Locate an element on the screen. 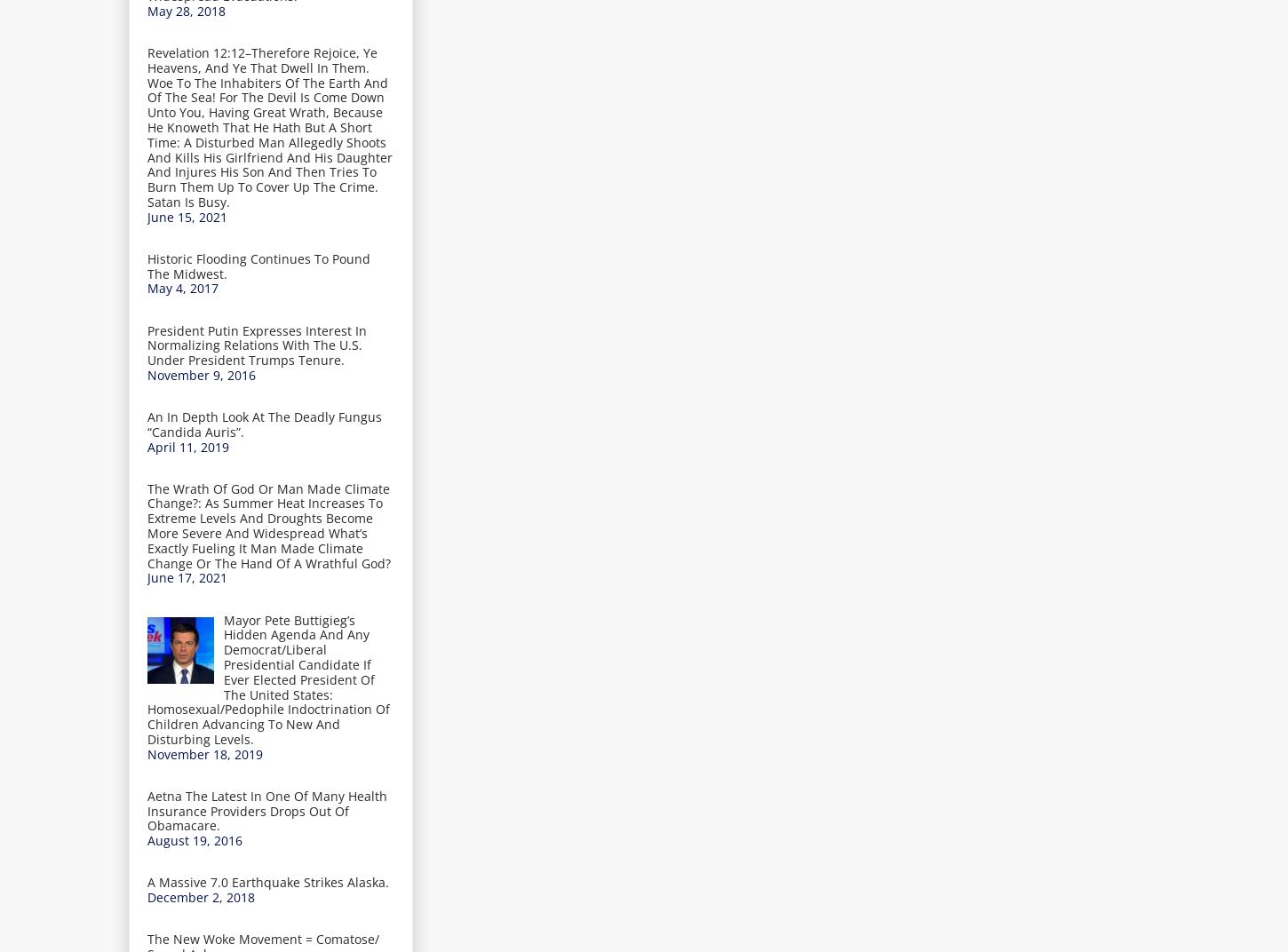  'An In Depth Look At The Deadly Fungus “Candida Auris”.' is located at coordinates (147, 424).